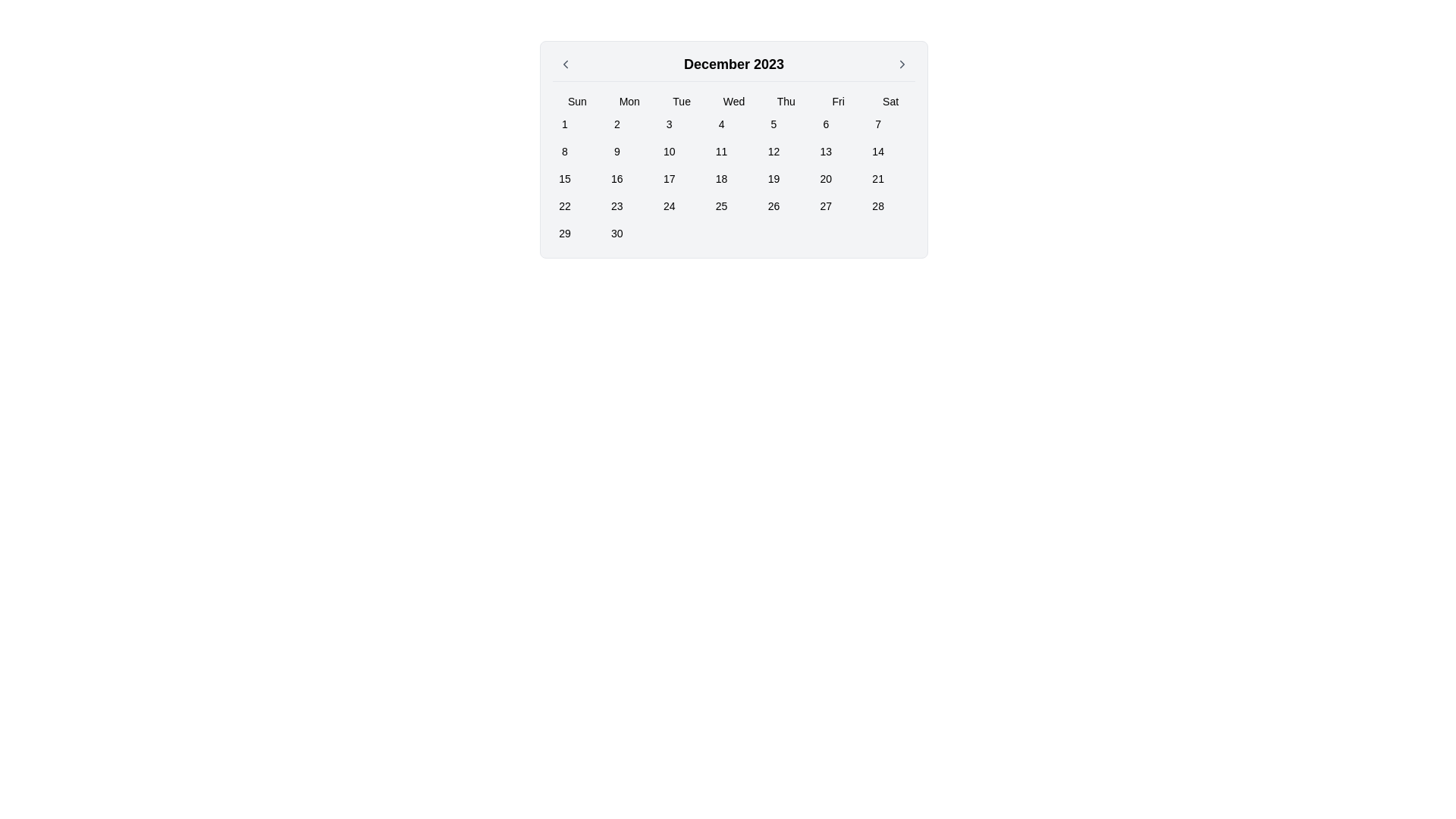 This screenshot has height=819, width=1456. Describe the element at coordinates (773, 177) in the screenshot. I see `the clickable calendar day button displaying the number '19'` at that location.